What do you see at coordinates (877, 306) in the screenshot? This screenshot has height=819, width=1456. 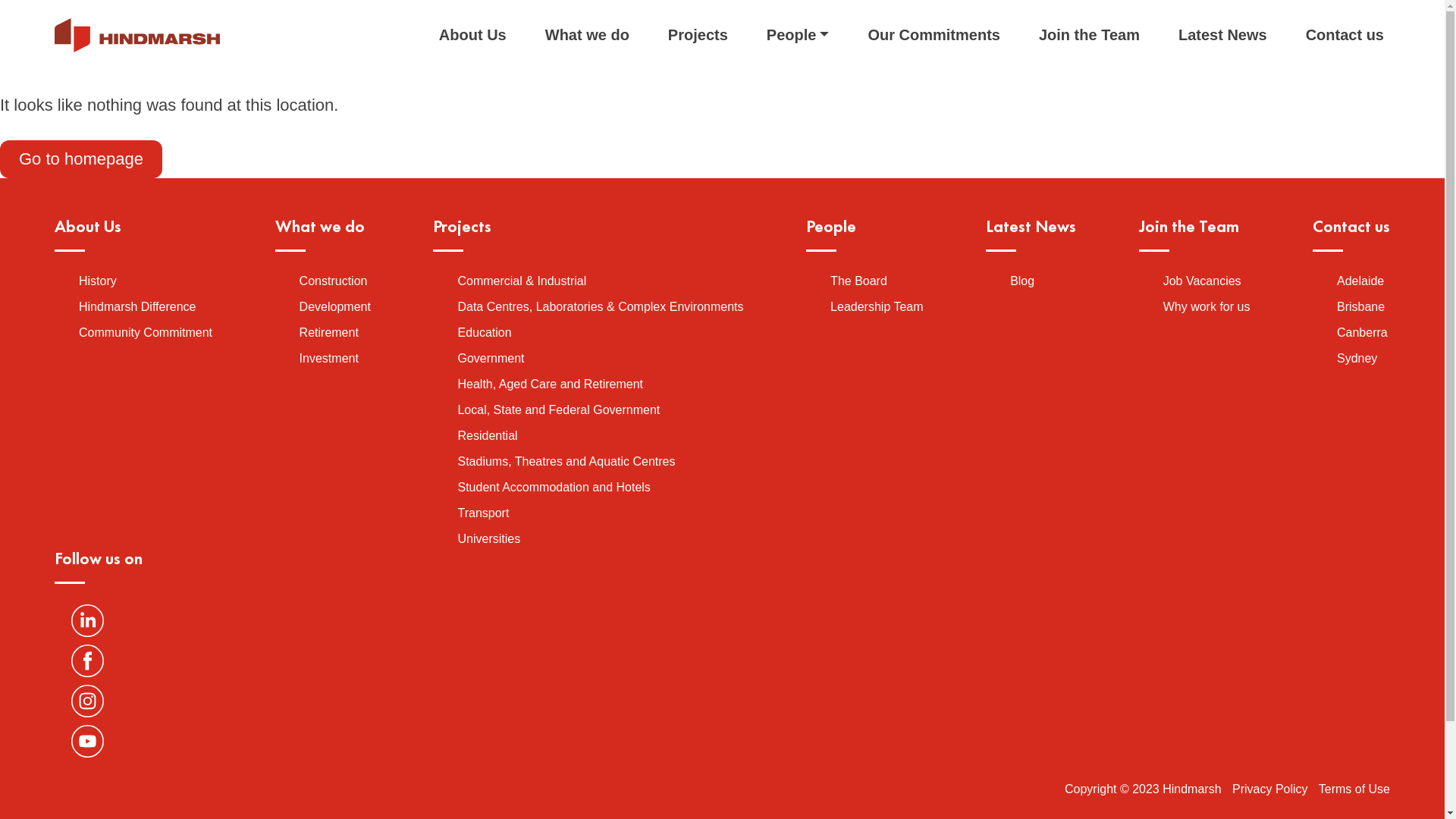 I see `'Leadership Team'` at bounding box center [877, 306].